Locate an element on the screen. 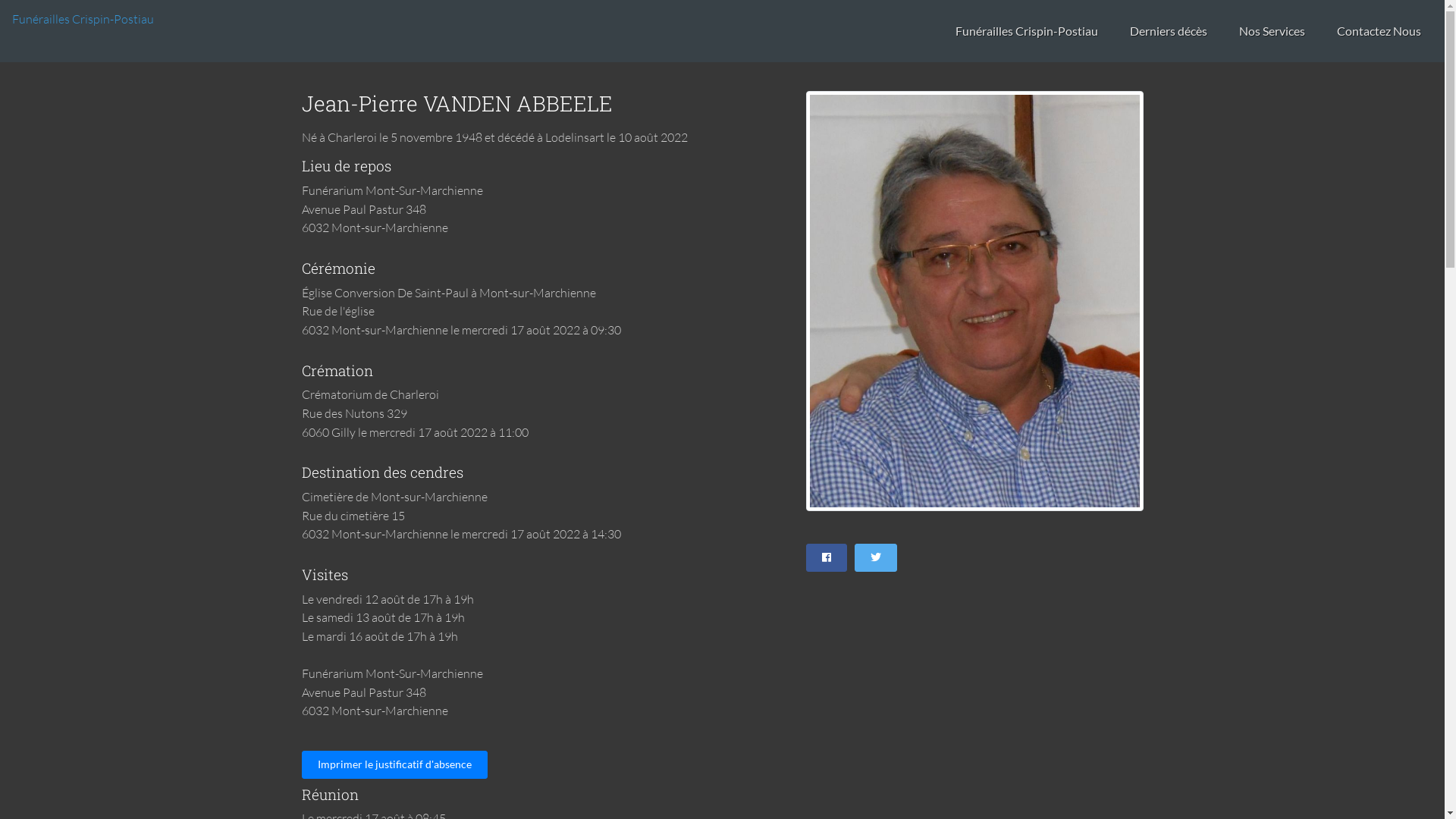 This screenshot has width=1456, height=819. 'Contactez Nous' is located at coordinates (1324, 31).